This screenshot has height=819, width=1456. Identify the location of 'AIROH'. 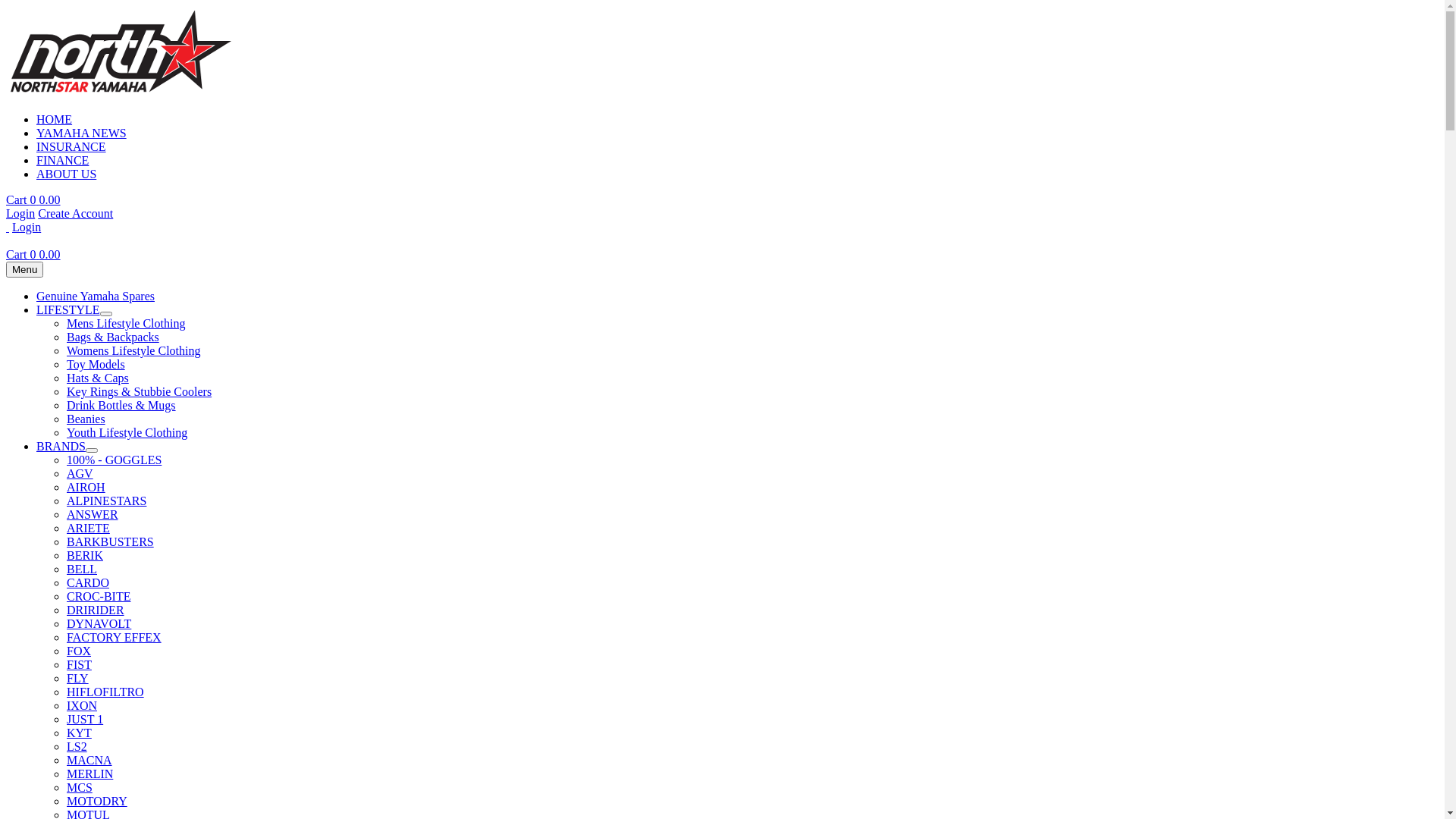
(85, 487).